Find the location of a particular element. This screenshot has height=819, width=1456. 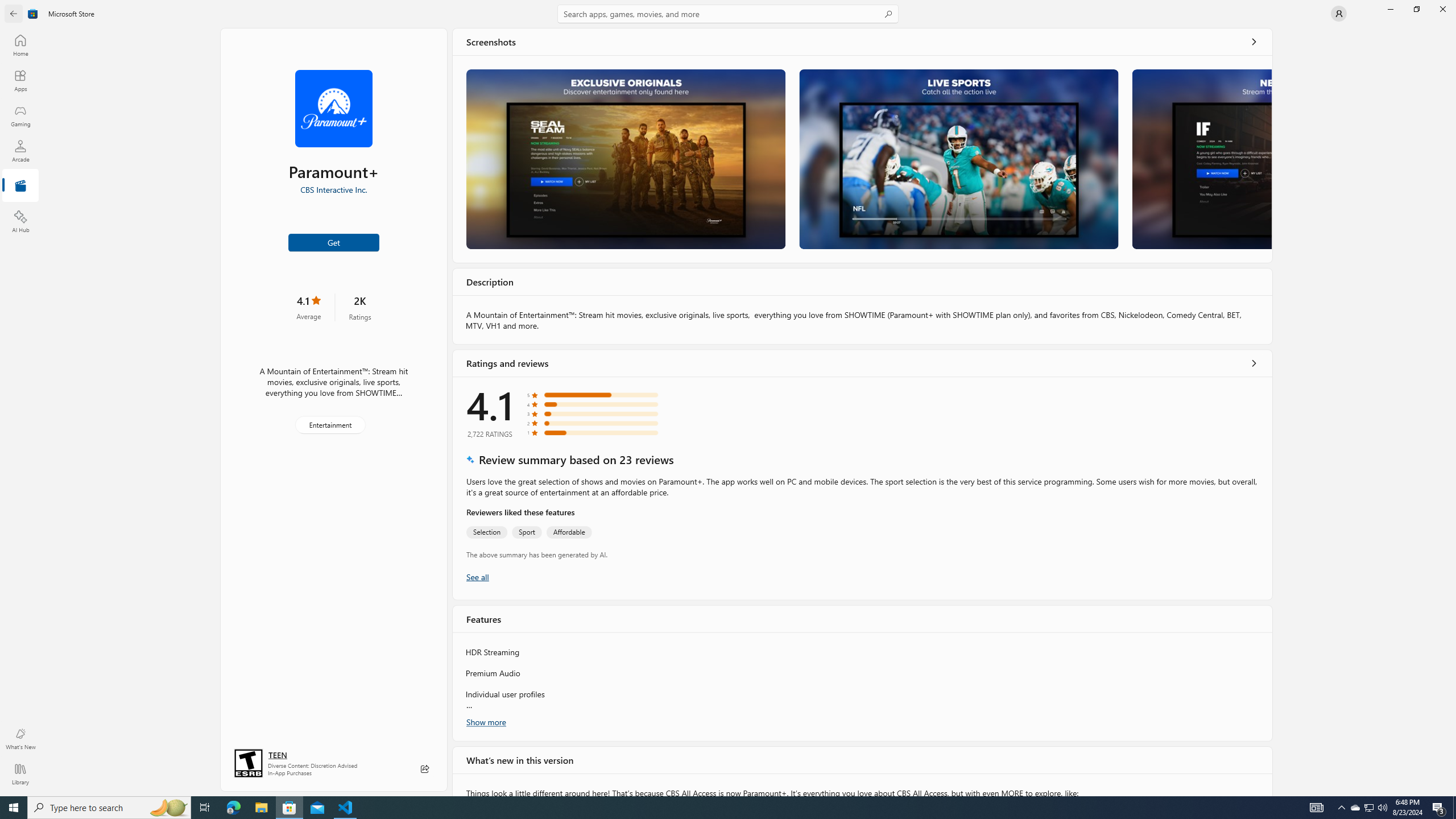

'Back' is located at coordinates (14, 13).